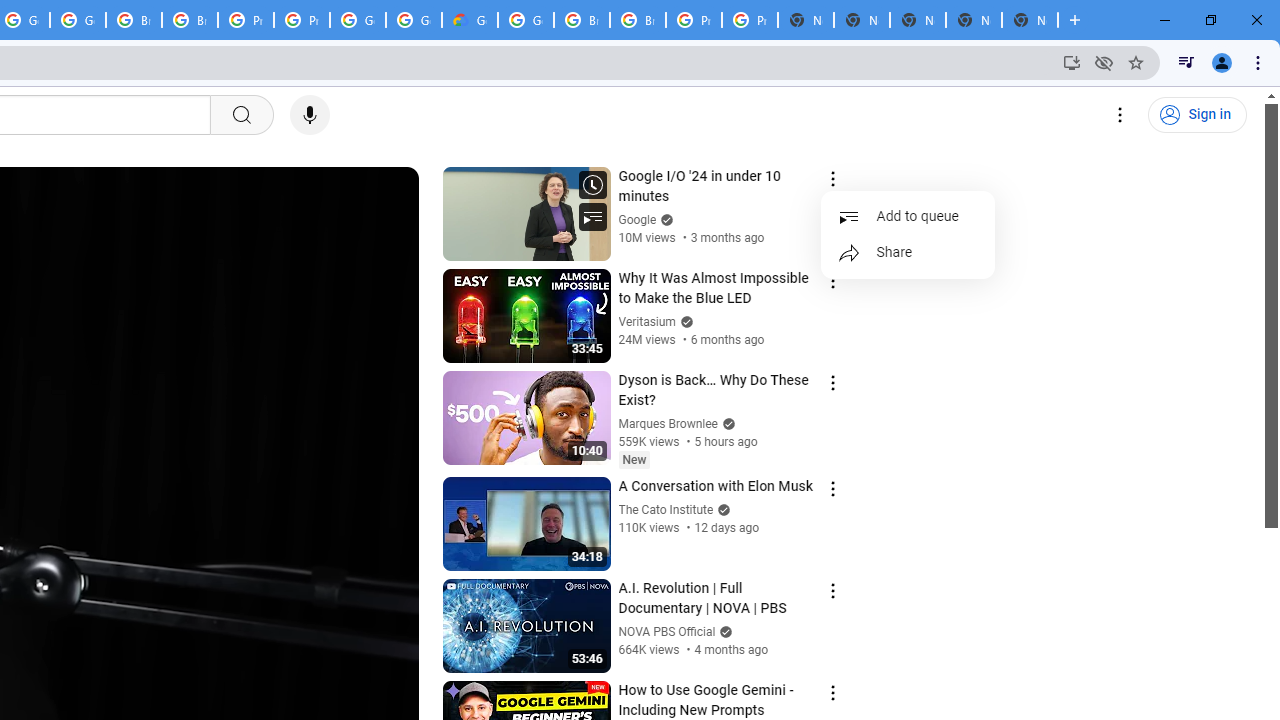  What do you see at coordinates (1185, 61) in the screenshot?
I see `'Control your music, videos, and more'` at bounding box center [1185, 61].